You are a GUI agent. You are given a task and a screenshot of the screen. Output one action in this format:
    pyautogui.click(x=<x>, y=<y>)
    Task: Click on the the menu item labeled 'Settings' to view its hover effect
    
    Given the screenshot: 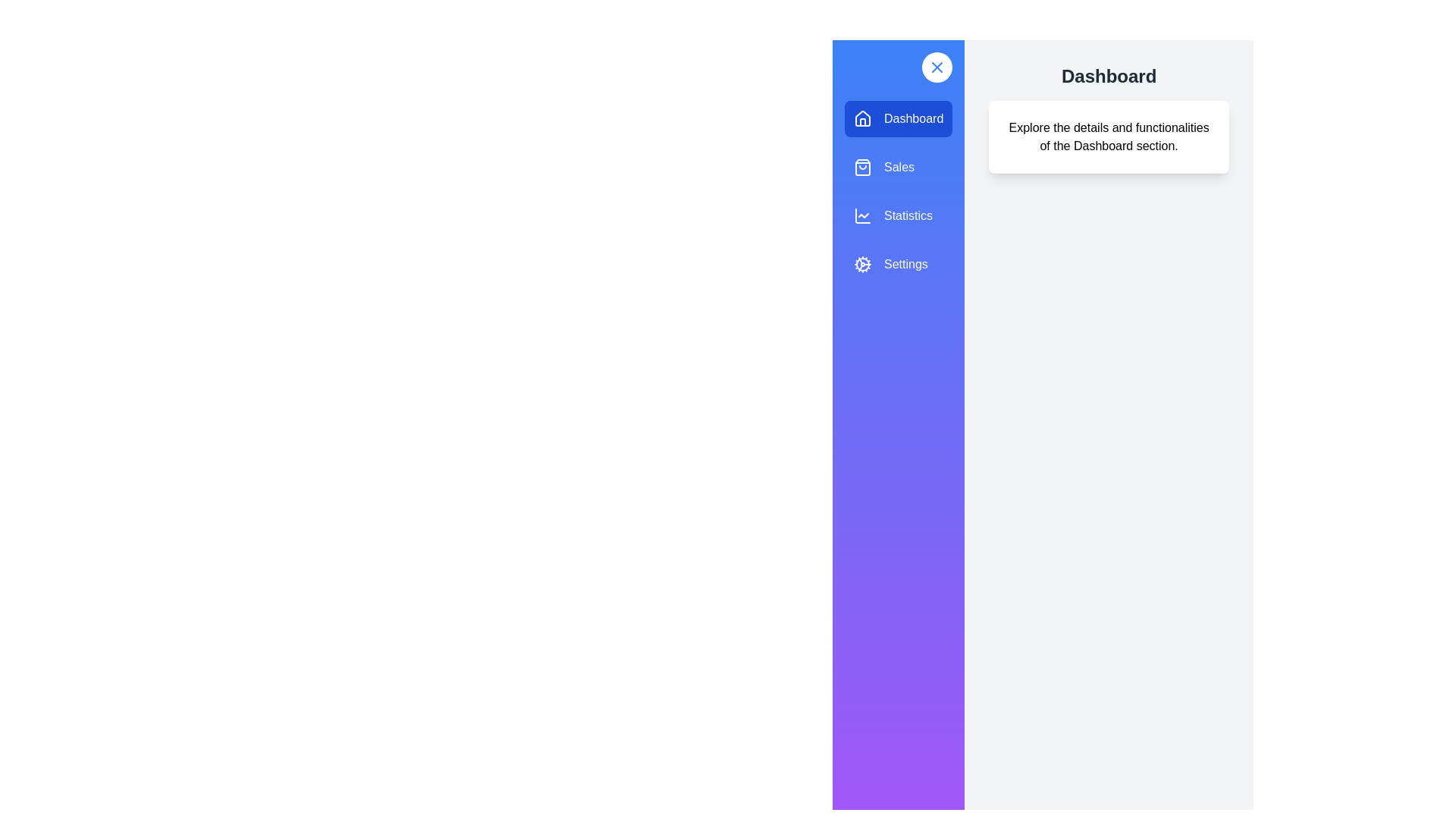 What is the action you would take?
    pyautogui.click(x=899, y=263)
    